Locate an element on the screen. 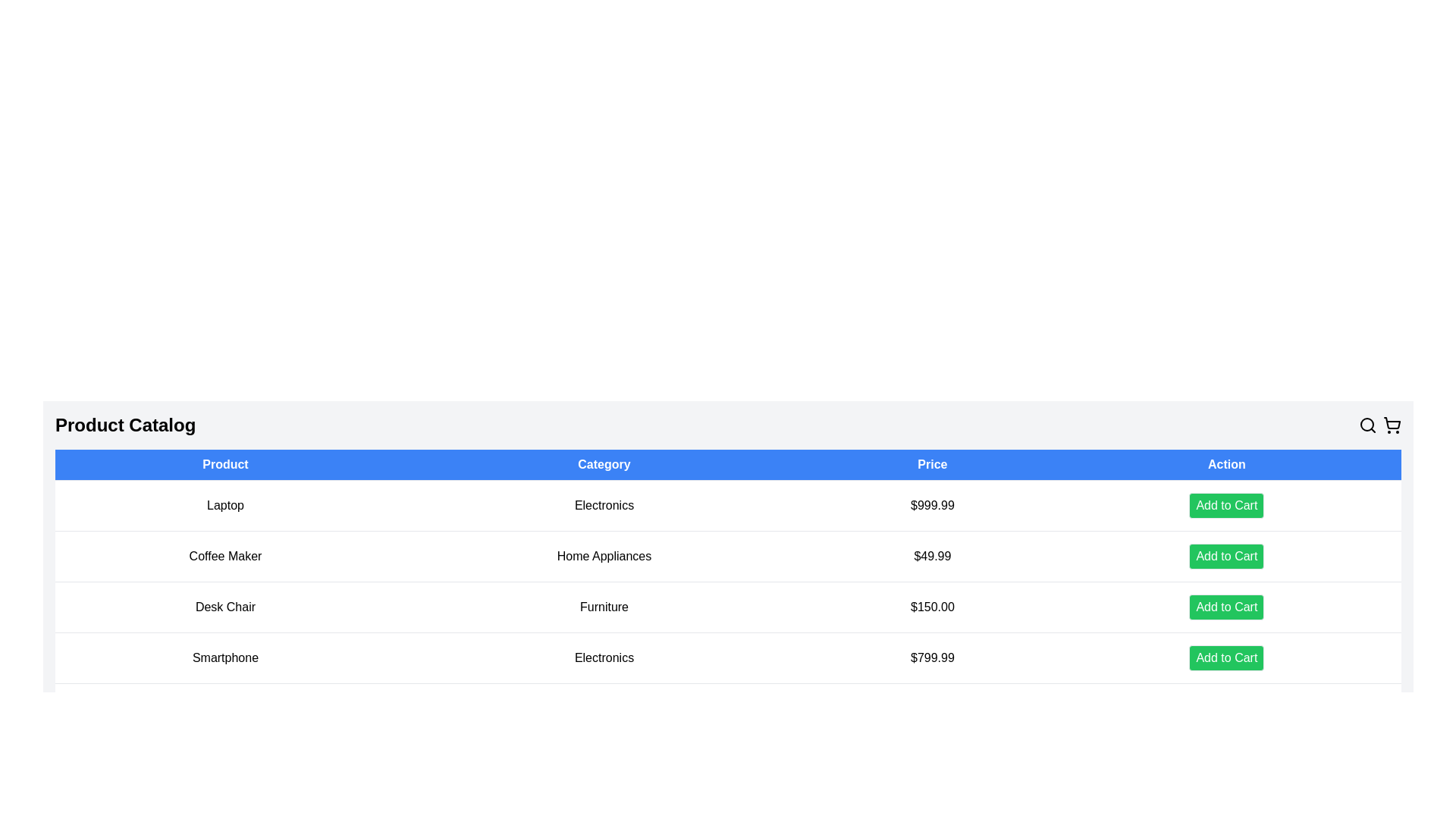 The height and width of the screenshot is (819, 1456). the button in the fourth row of the 'Action' column is located at coordinates (1226, 657).